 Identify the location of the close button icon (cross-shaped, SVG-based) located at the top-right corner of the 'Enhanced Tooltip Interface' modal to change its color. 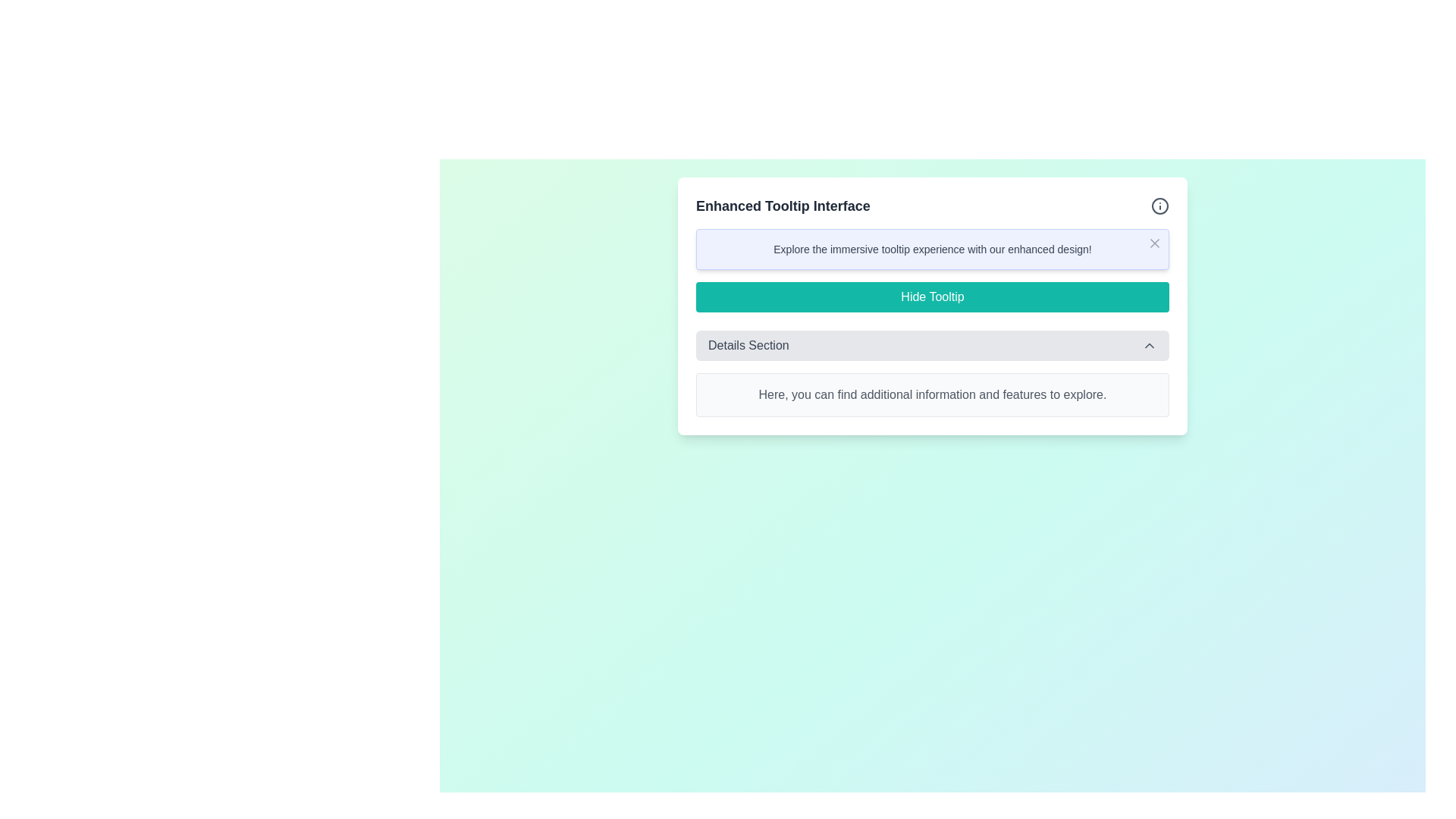
(1153, 242).